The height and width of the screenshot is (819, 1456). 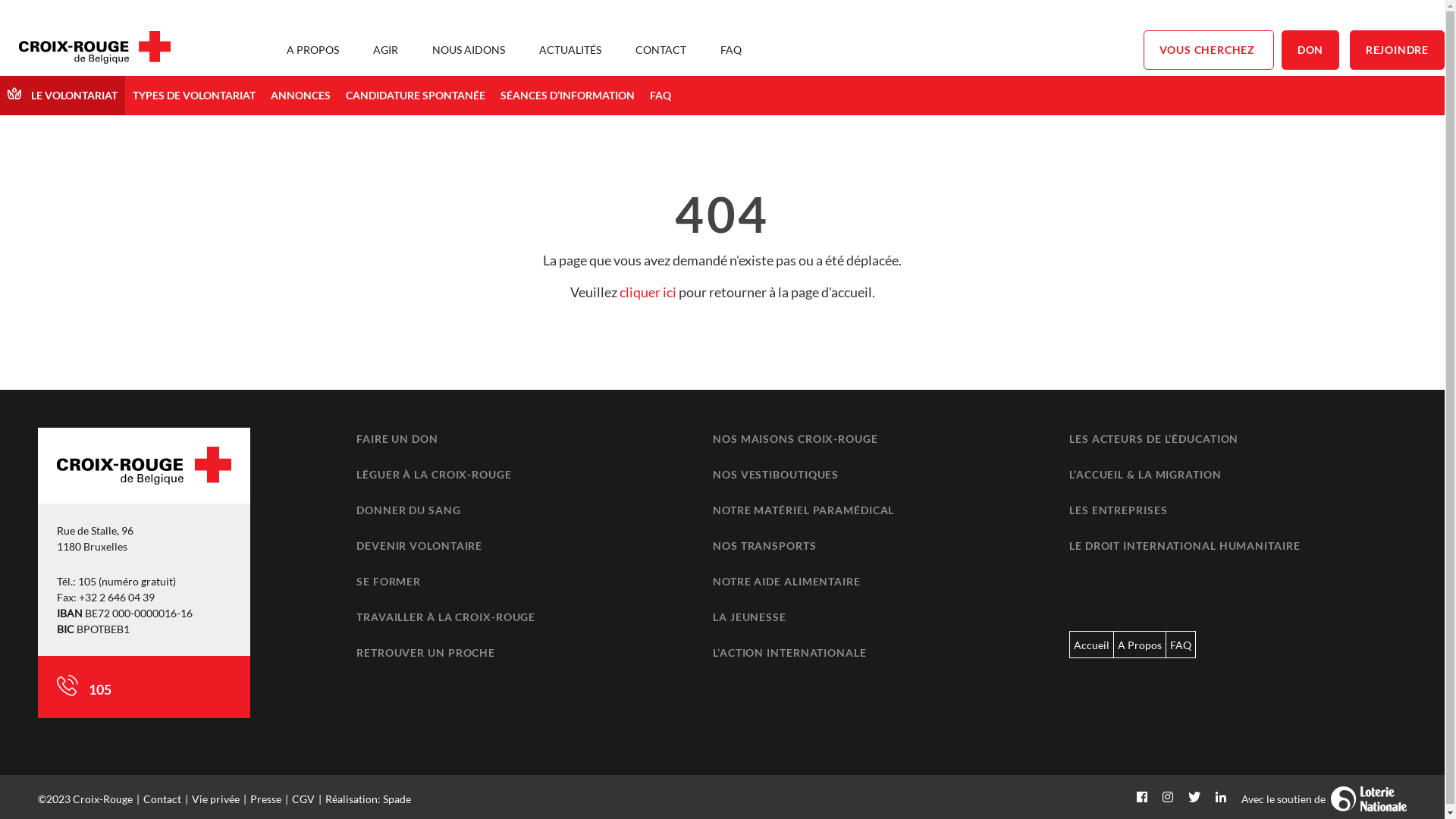 I want to click on 'A PROPOS', so click(x=312, y=49).